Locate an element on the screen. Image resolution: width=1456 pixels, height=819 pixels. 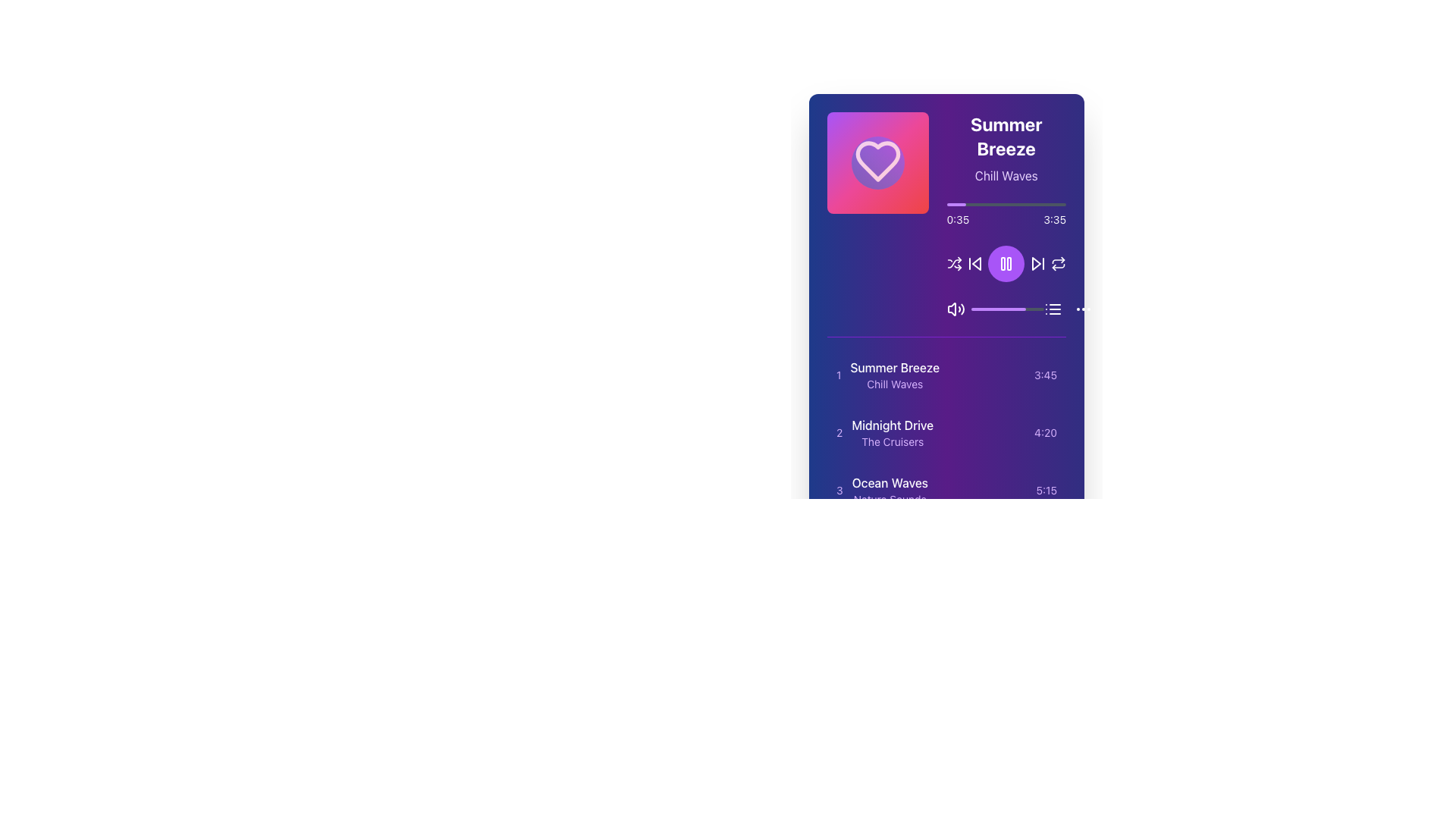
the slider value is located at coordinates (973, 309).